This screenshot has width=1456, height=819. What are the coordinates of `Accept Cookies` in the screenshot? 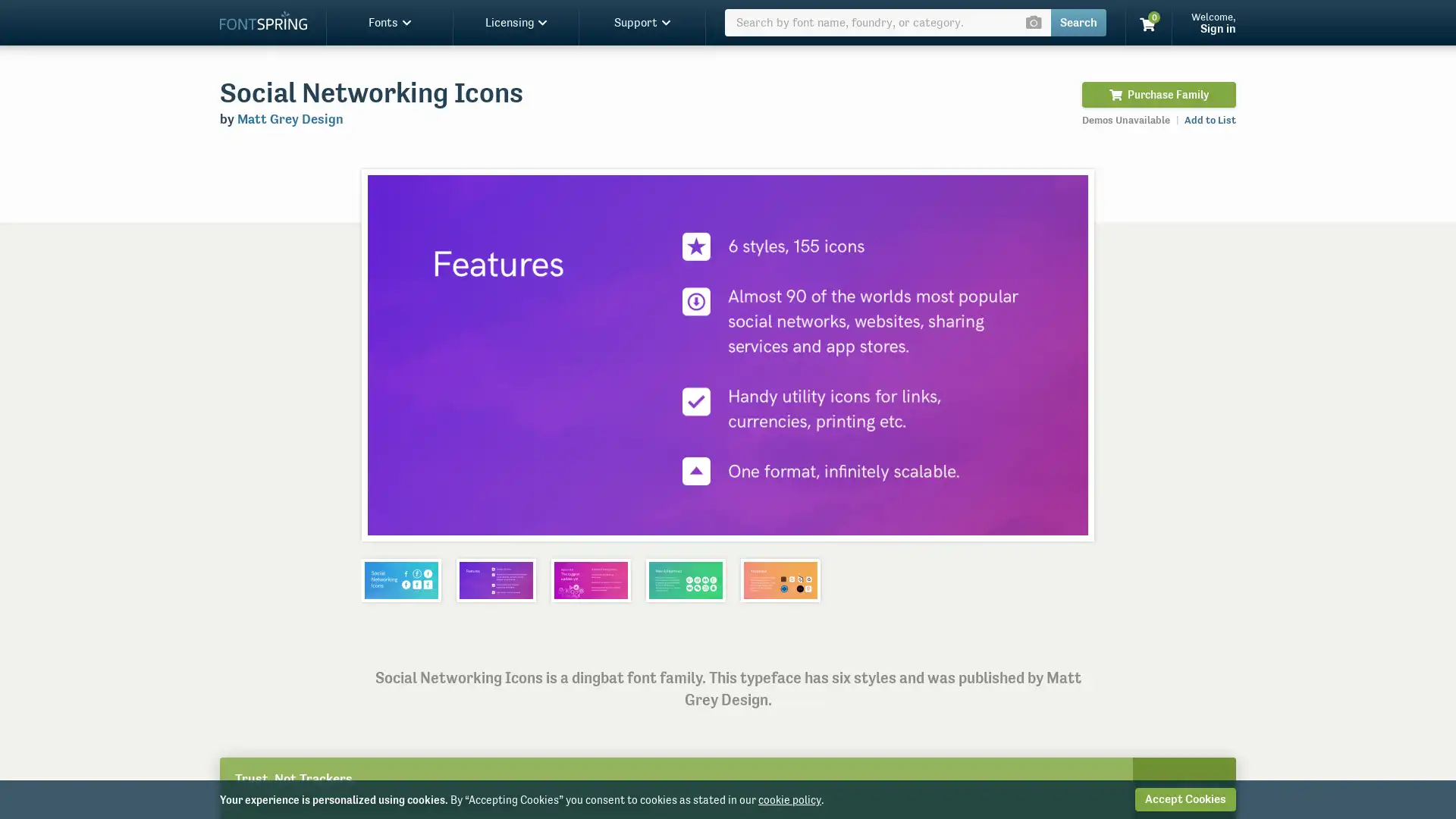 It's located at (1185, 799).